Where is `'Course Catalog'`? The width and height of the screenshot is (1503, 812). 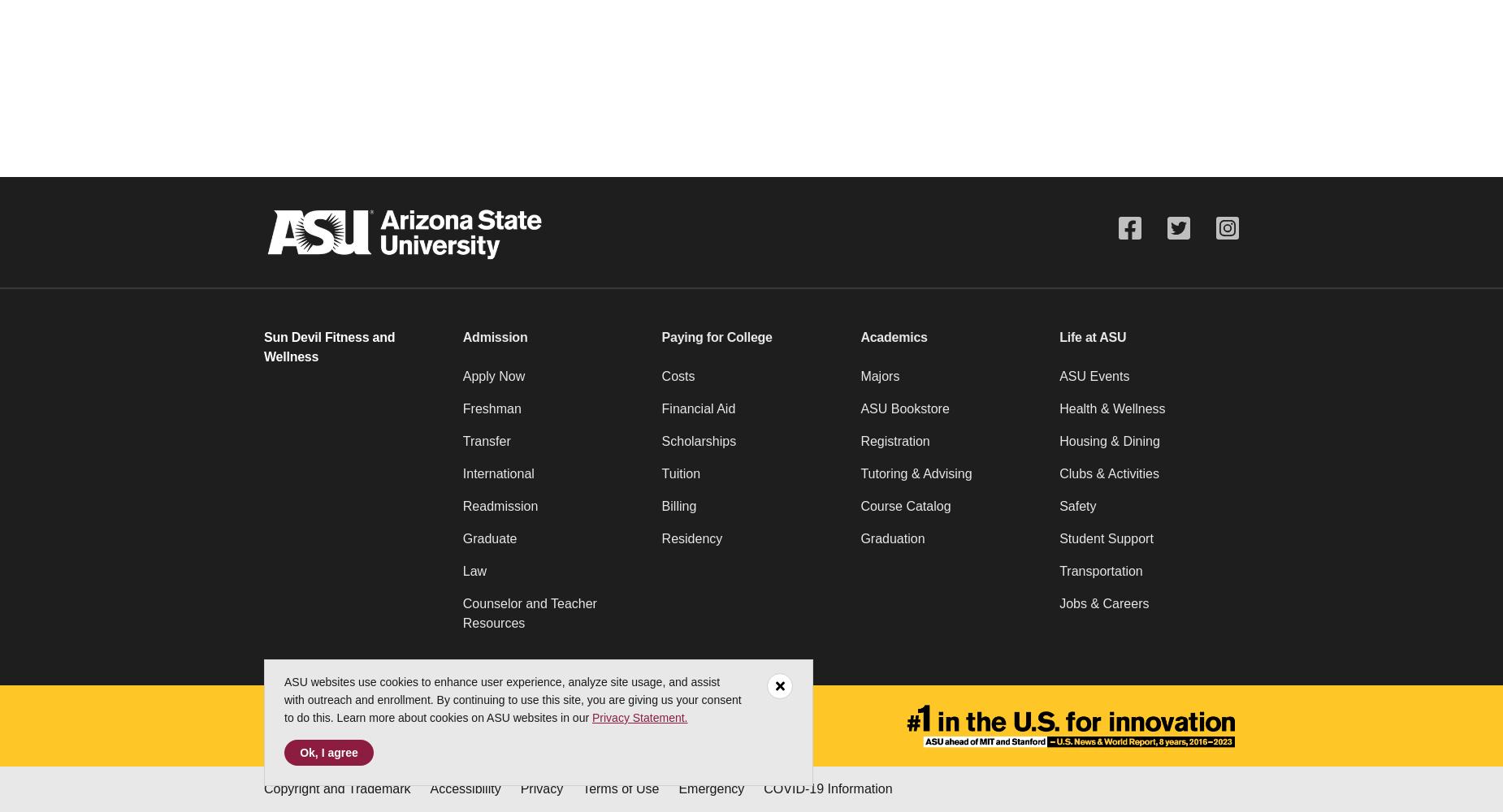 'Course Catalog' is located at coordinates (904, 505).